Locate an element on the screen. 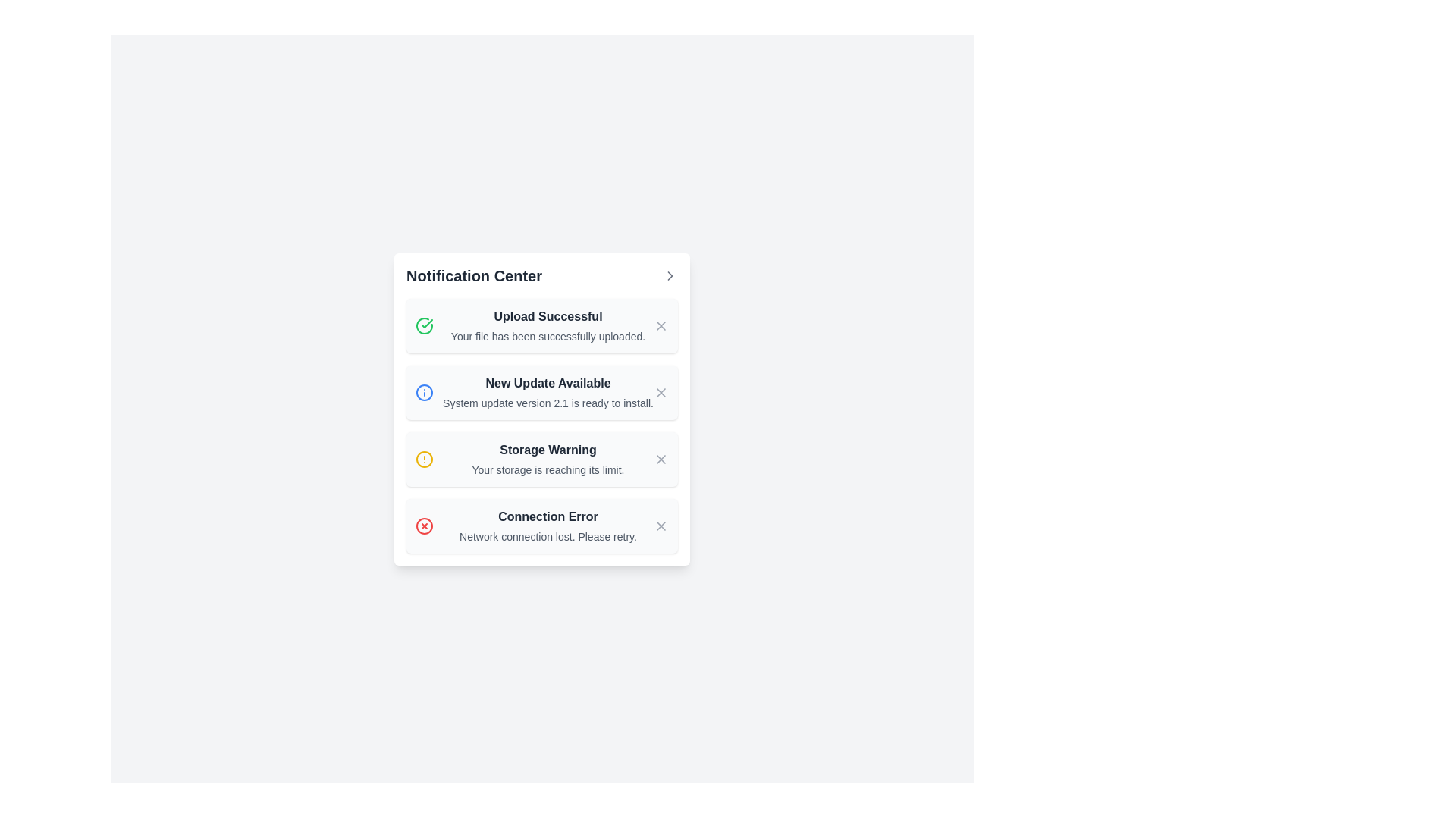 The height and width of the screenshot is (819, 1456). the text label that reads 'System update version 2.1 is ready to install.' located below the bold headline 'New Update Available' in the second notification block under 'Notification Center' is located at coordinates (548, 402).